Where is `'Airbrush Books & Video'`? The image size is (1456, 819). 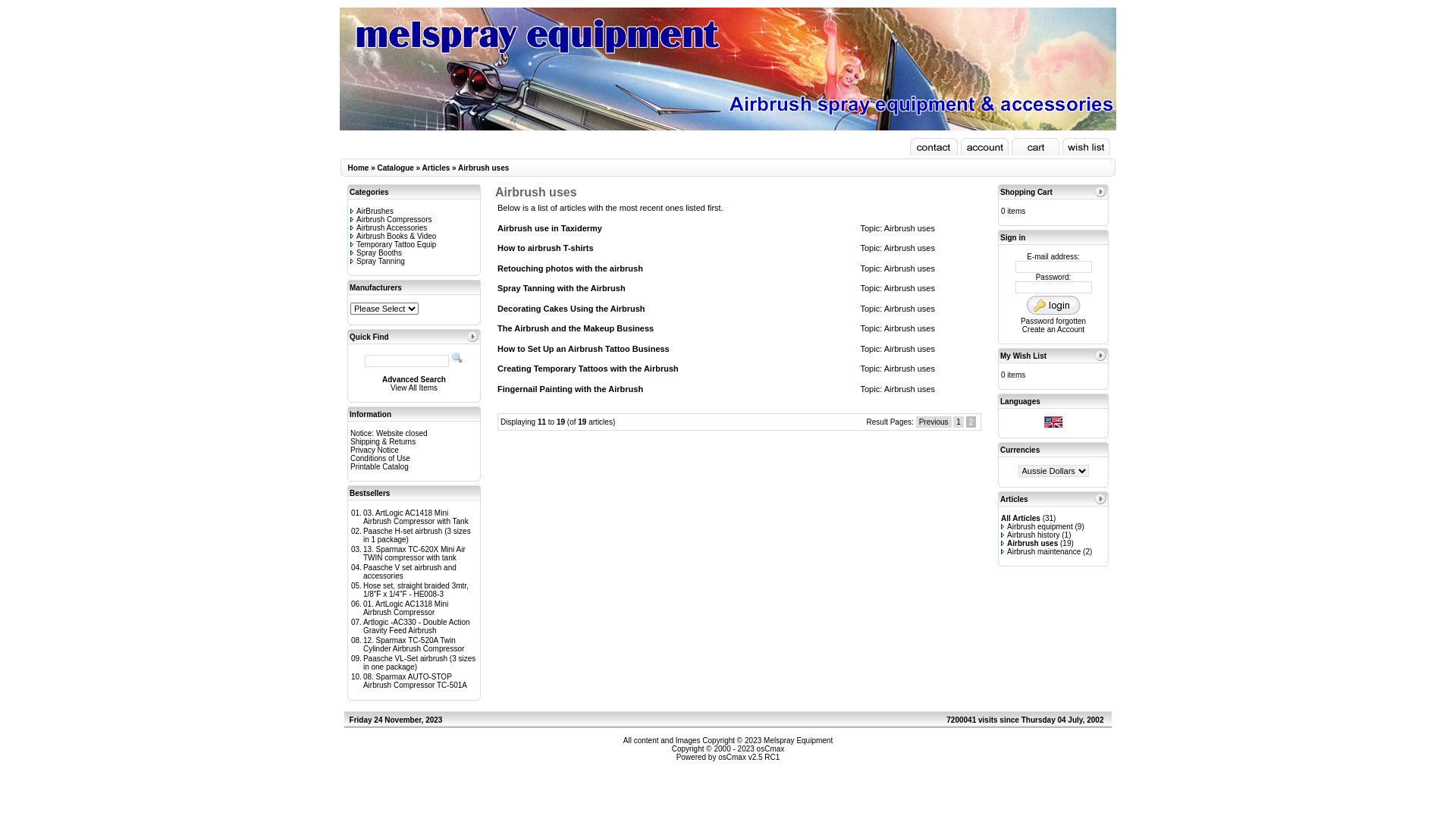 'Airbrush Books & Video' is located at coordinates (393, 236).